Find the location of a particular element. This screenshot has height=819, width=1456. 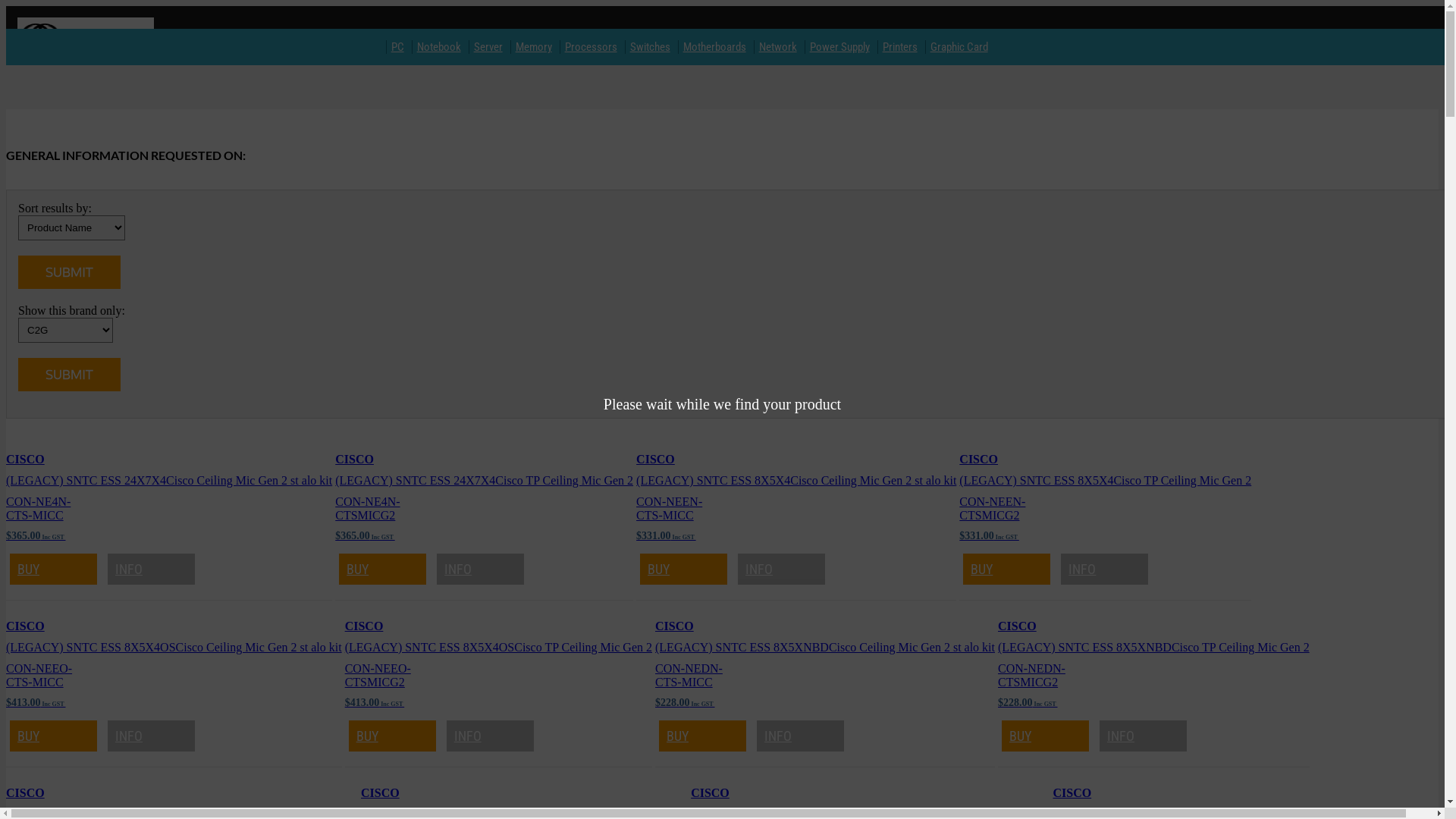

'$365.00 Inc GST ' is located at coordinates (36, 534).